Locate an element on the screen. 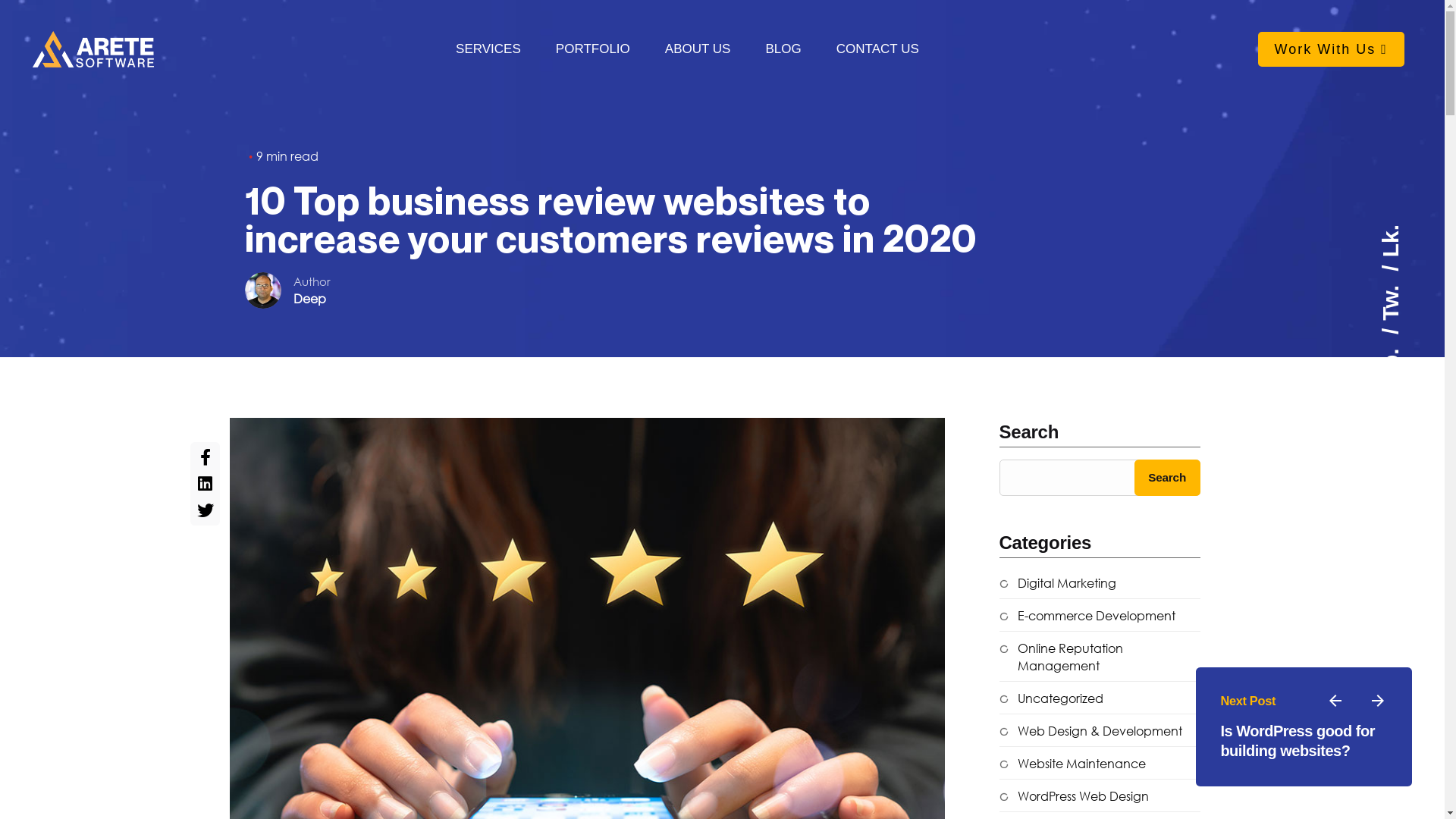 Image resolution: width=1456 pixels, height=819 pixels. 'Online Reputation Management' is located at coordinates (999, 657).